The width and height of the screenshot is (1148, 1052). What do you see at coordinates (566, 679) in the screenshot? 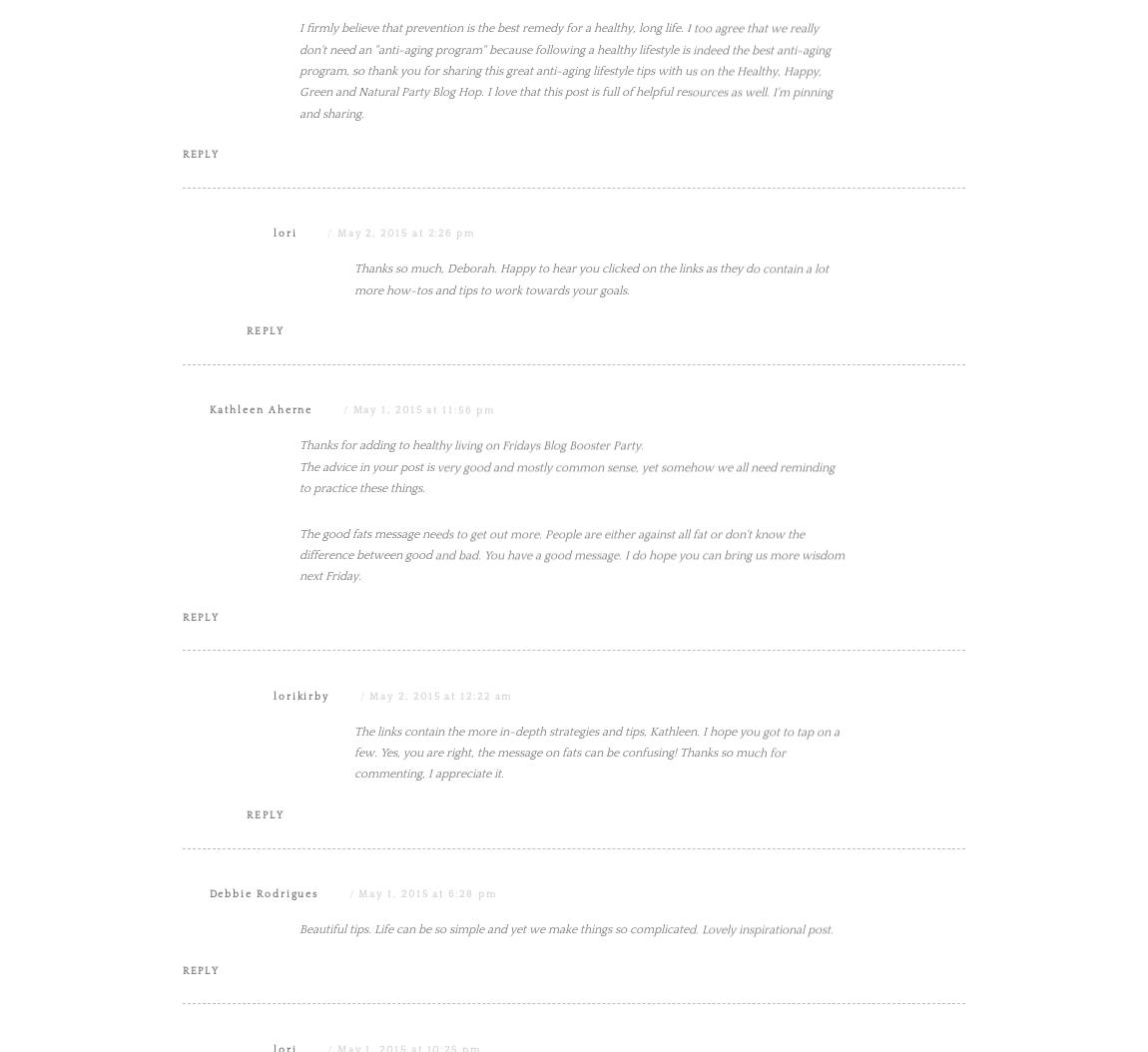
I see `'The advice in your post is very good and mostly common sense, yet somehow we all need reminding to practice these things.'` at bounding box center [566, 679].